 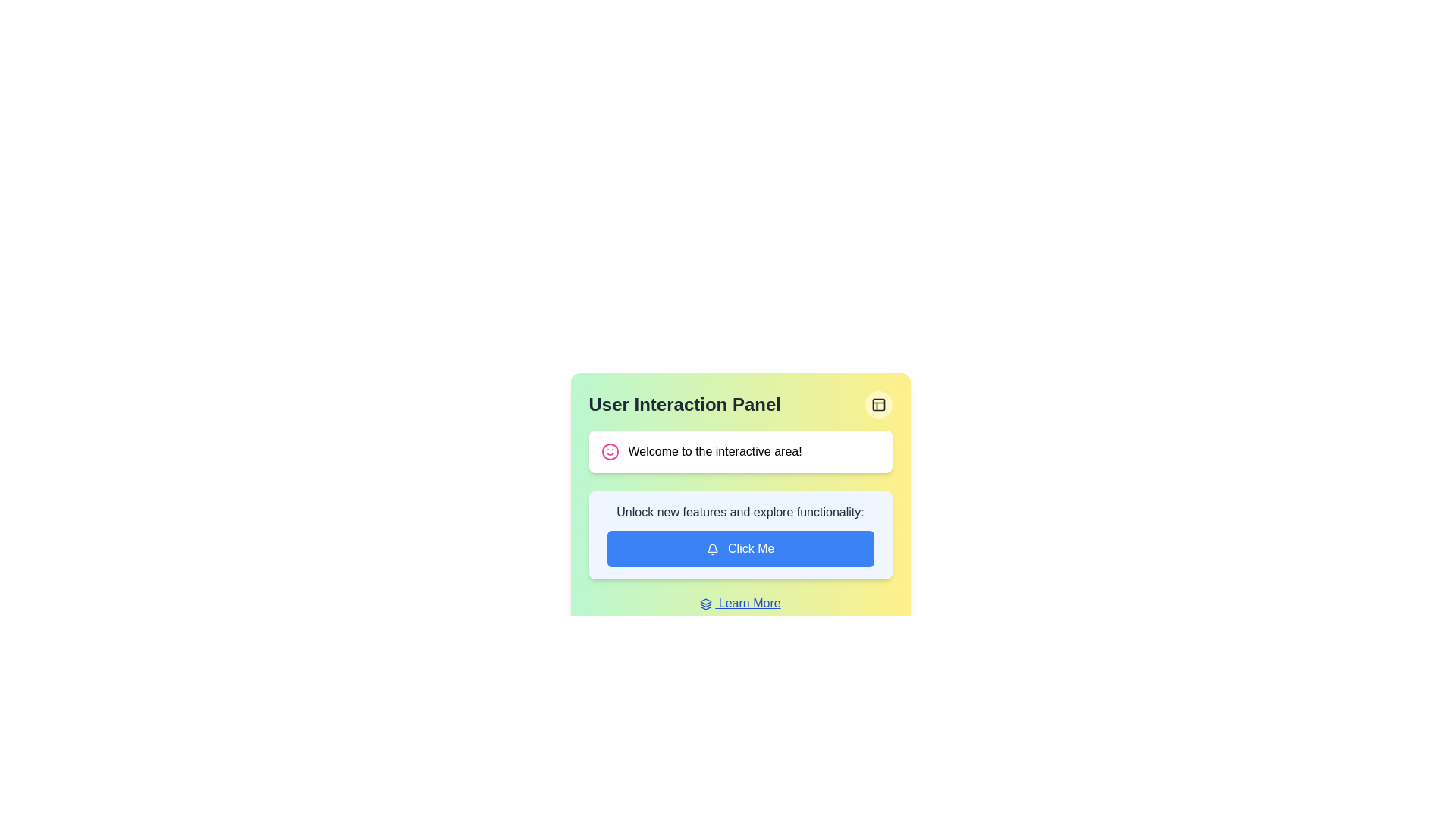 What do you see at coordinates (740, 451) in the screenshot?
I see `the text block with a pink smiley icon and the text 'Welcome to the interactive area!' positioned beneath the title 'User Interaction Panel'` at bounding box center [740, 451].